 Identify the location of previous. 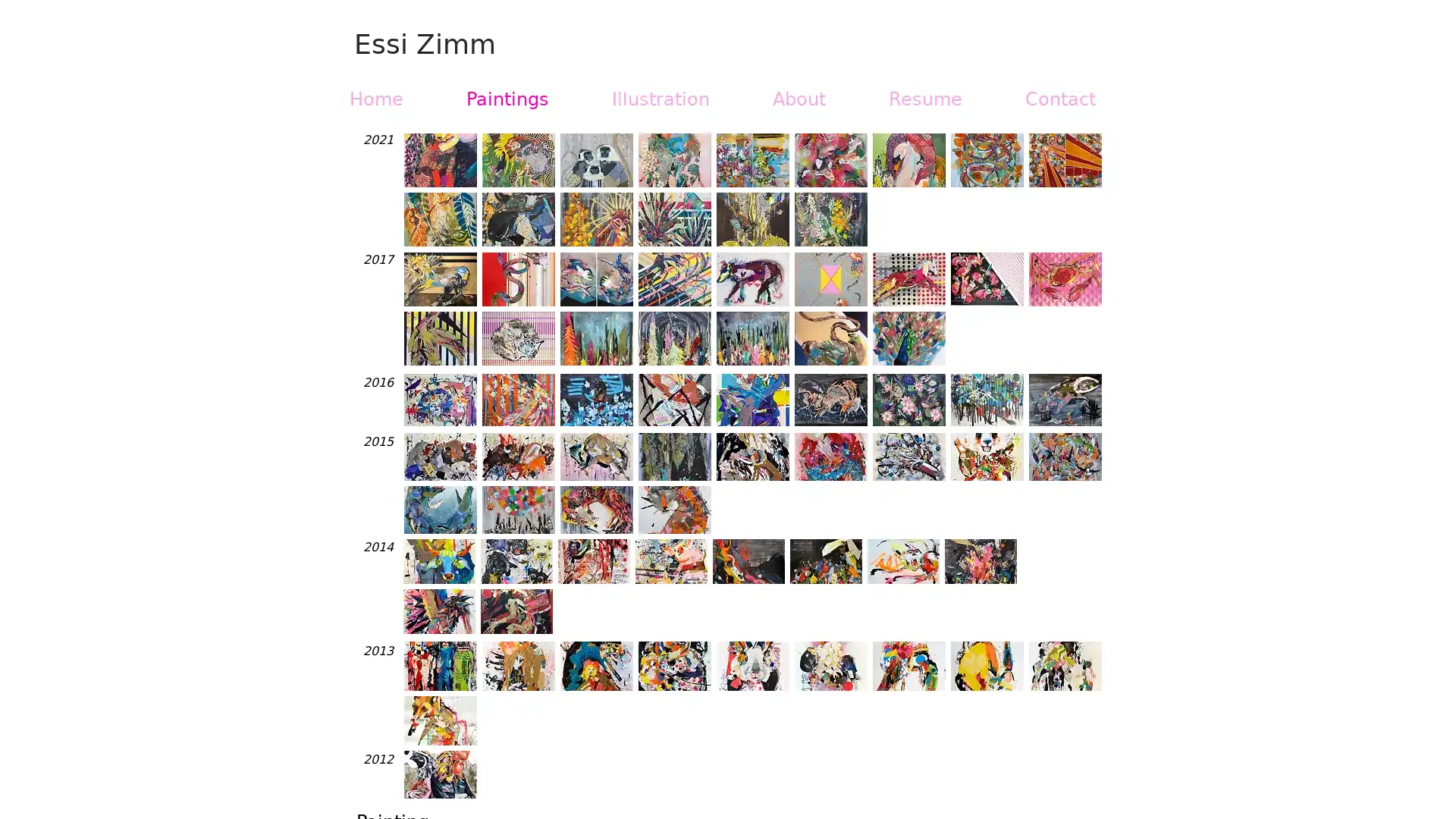
(435, 786).